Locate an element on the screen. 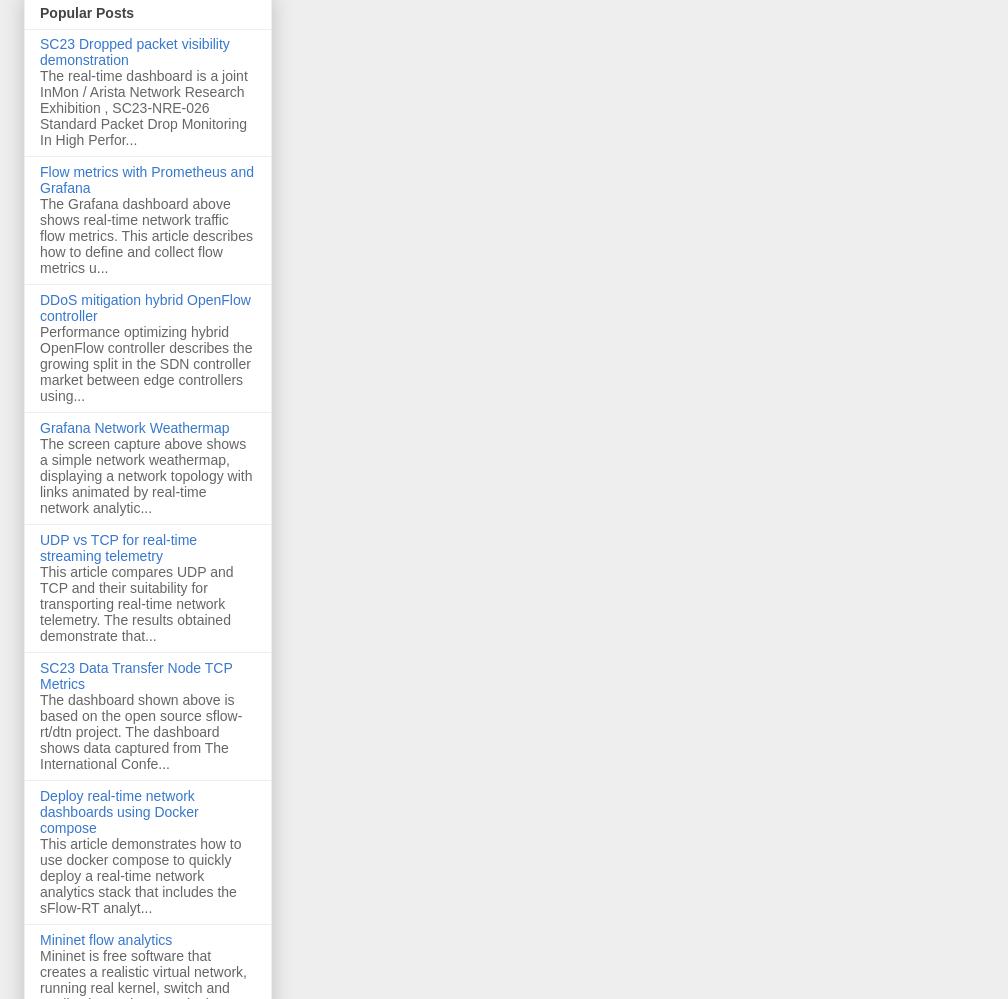  'DDoS mitigation hybrid OpenFlow controller' is located at coordinates (144, 306).